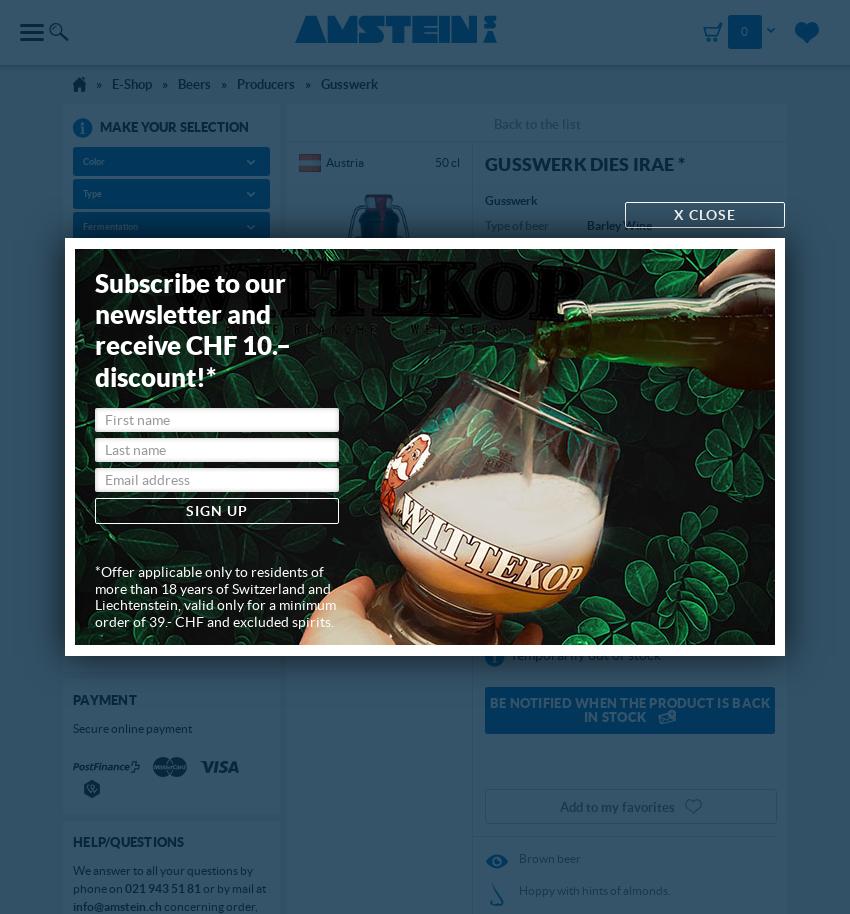  Describe the element at coordinates (616, 805) in the screenshot. I see `'Add to my favorites'` at that location.